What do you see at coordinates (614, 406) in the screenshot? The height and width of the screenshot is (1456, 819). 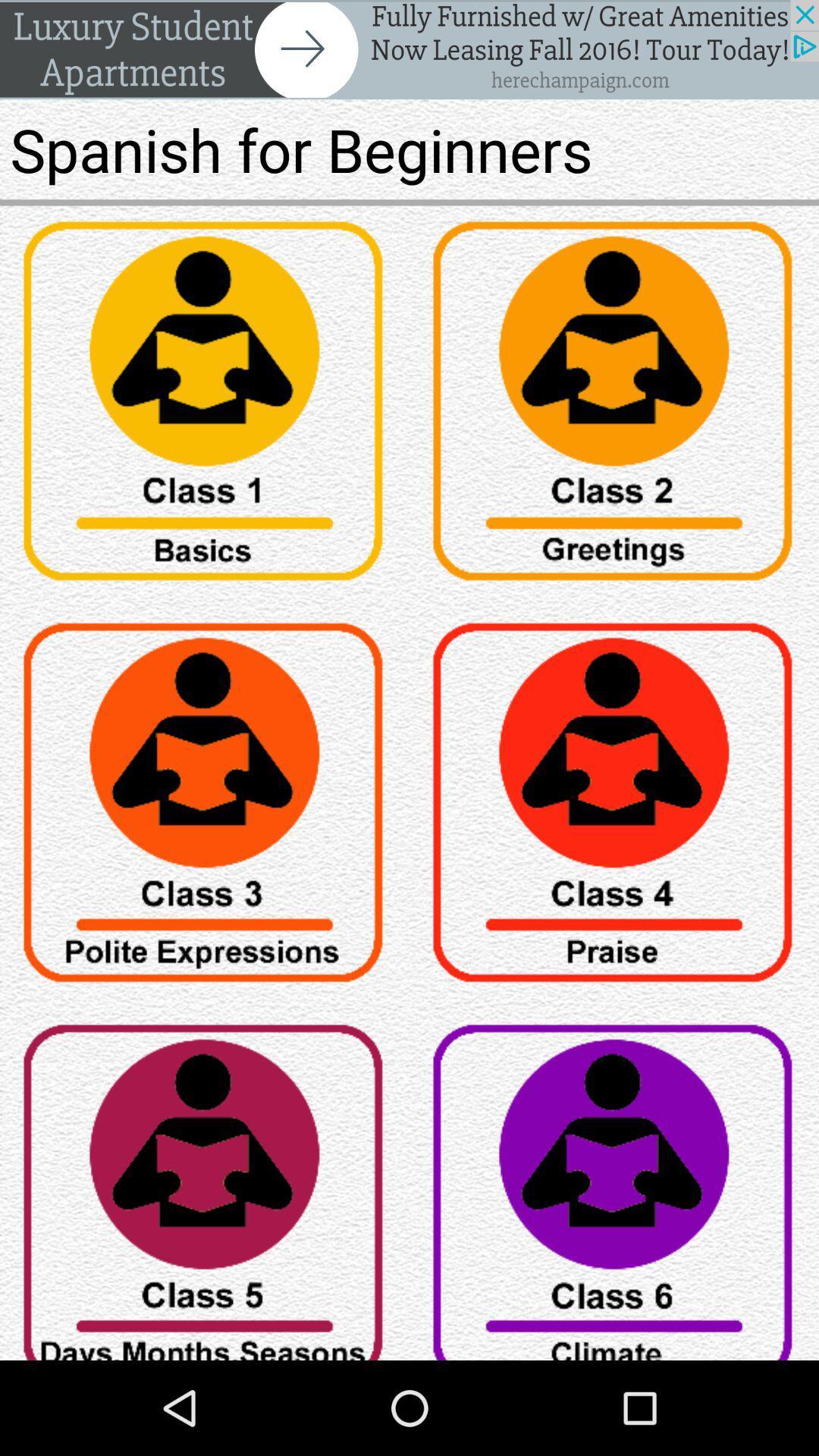 I see `tag` at bounding box center [614, 406].